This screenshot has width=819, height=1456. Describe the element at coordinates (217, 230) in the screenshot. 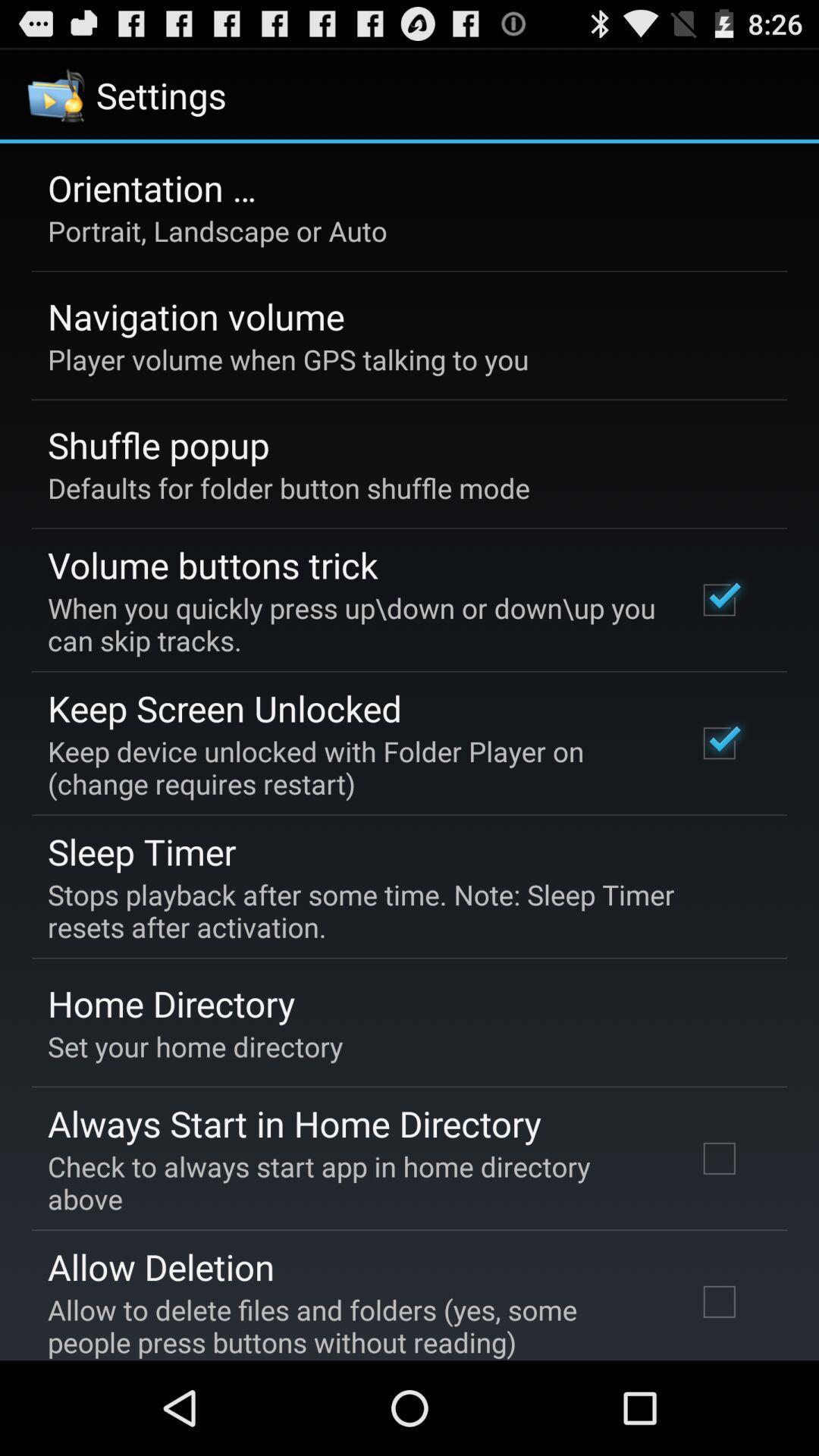

I see `portrait landscape or item` at that location.